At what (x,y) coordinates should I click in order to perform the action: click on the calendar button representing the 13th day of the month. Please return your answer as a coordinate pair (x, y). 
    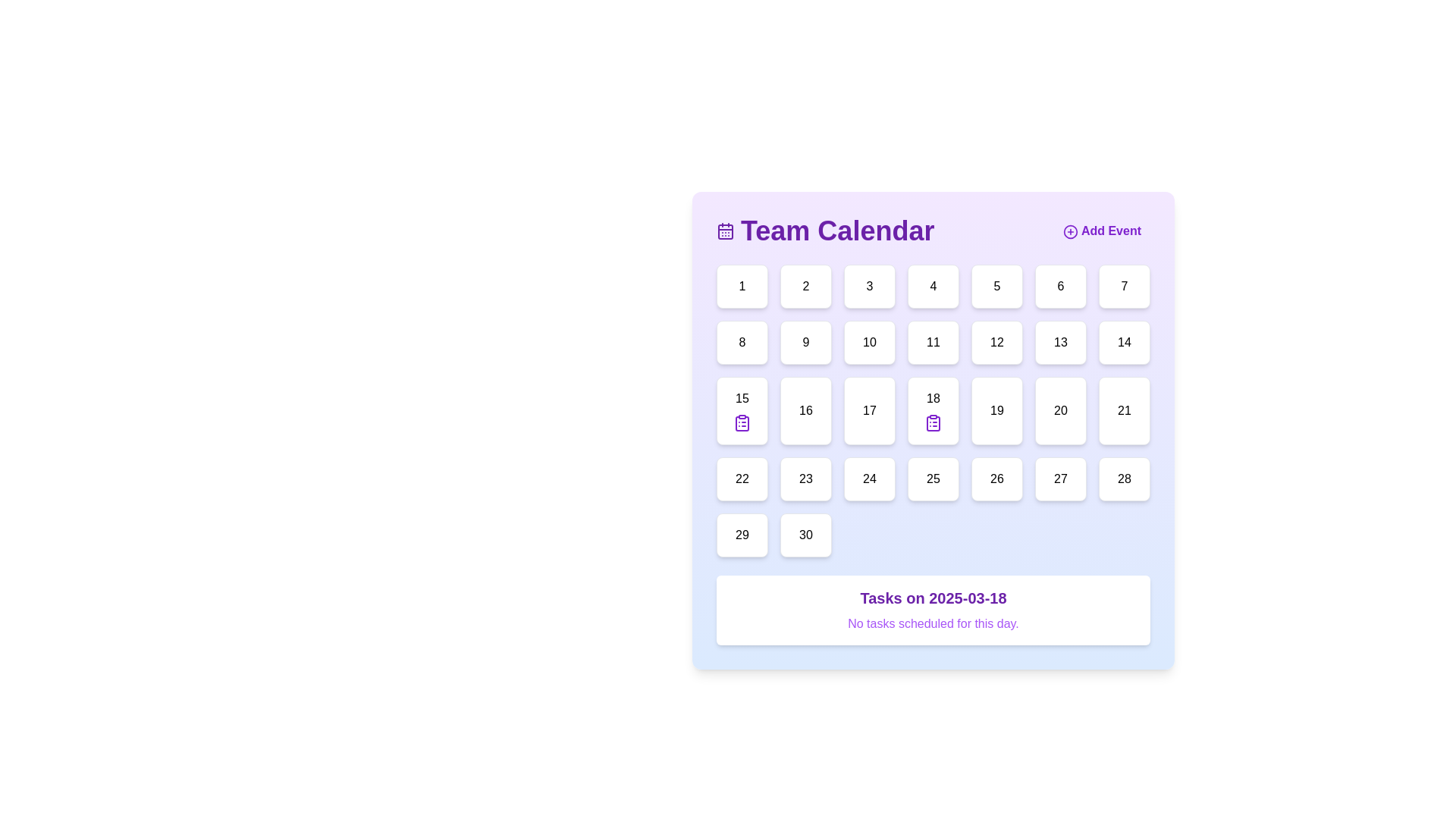
    Looking at the image, I should click on (1059, 342).